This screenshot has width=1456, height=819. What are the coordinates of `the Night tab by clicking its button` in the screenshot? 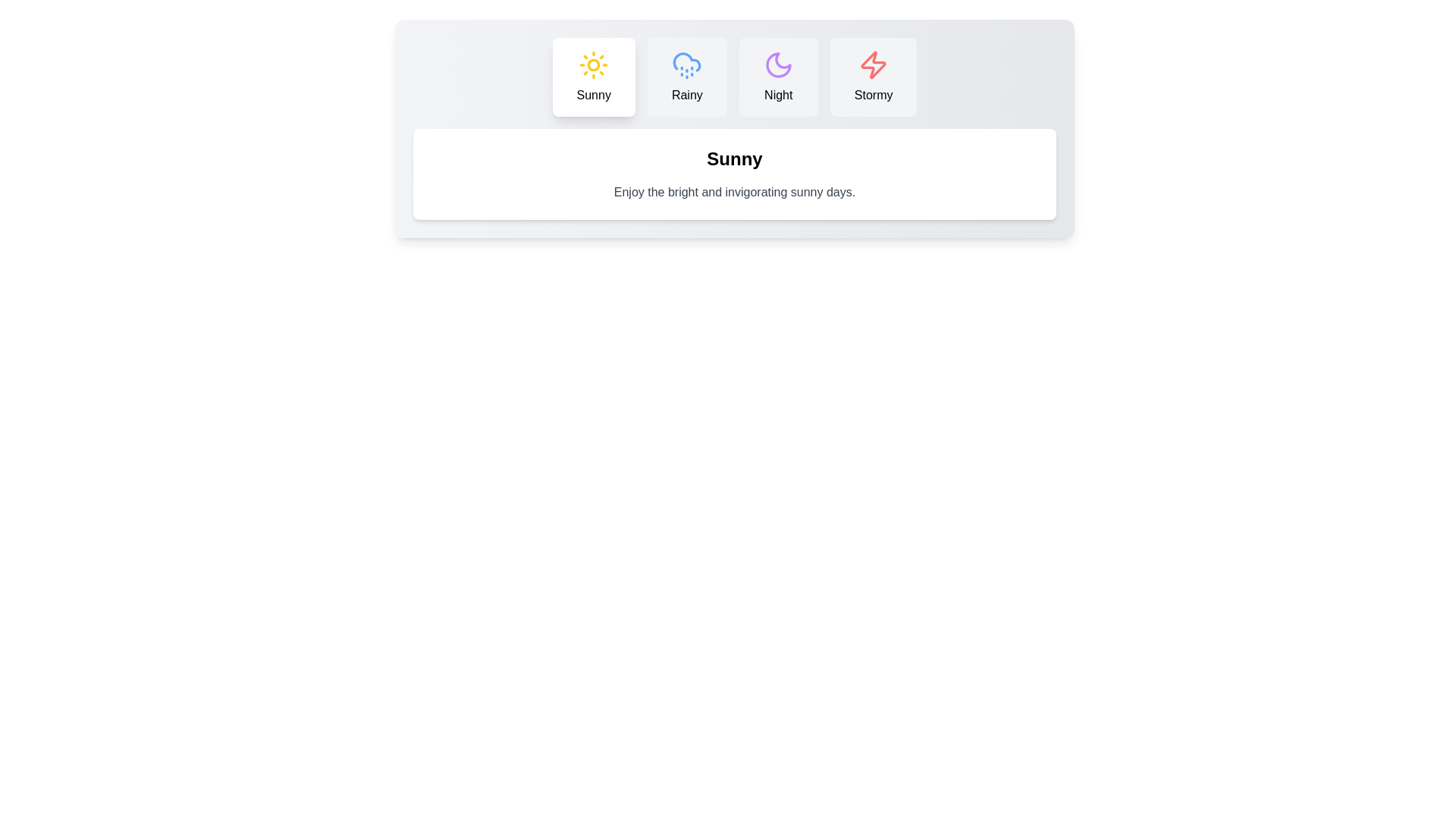 It's located at (778, 77).